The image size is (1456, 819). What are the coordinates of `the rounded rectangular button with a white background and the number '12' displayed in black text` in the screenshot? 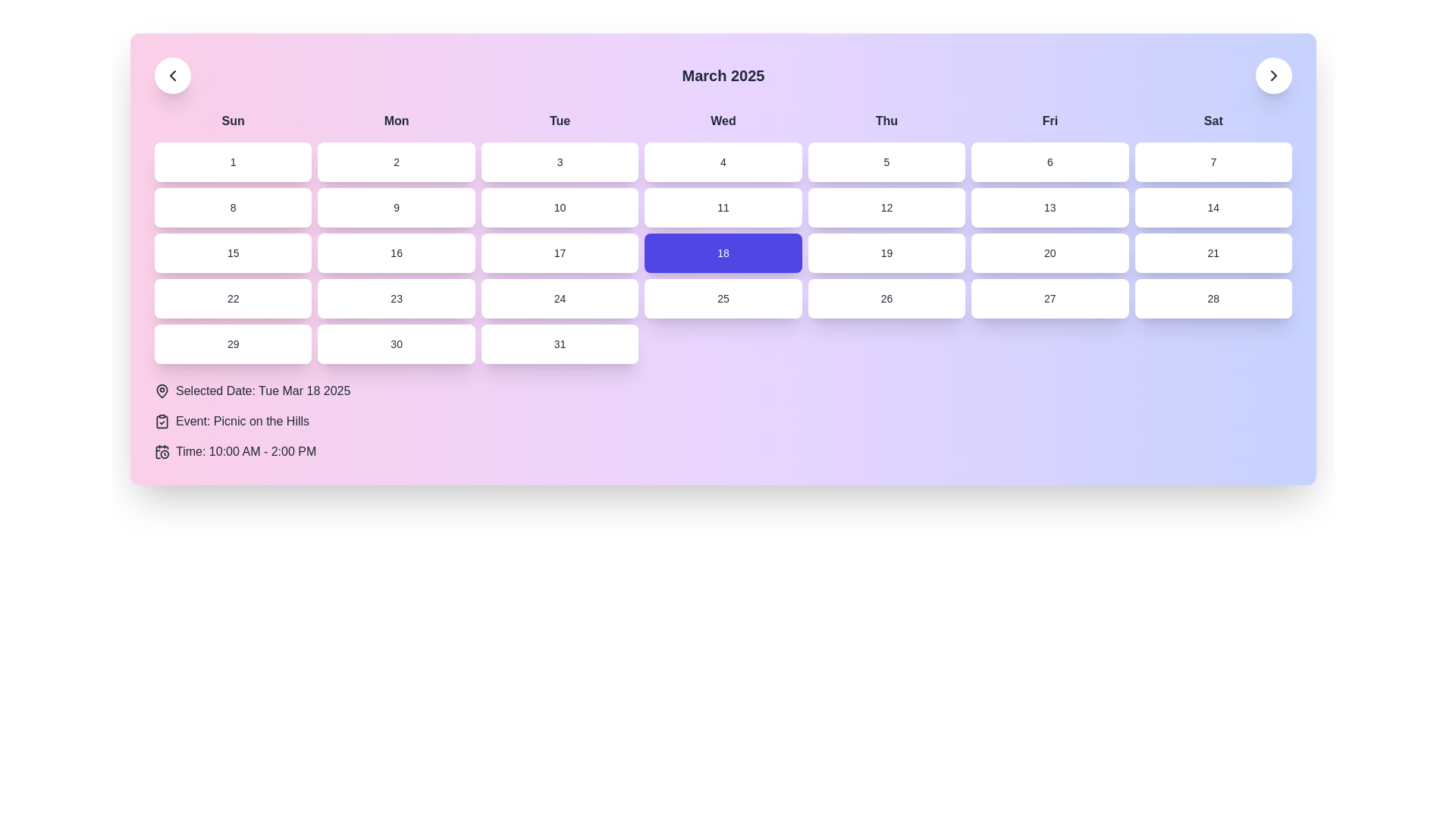 It's located at (886, 207).